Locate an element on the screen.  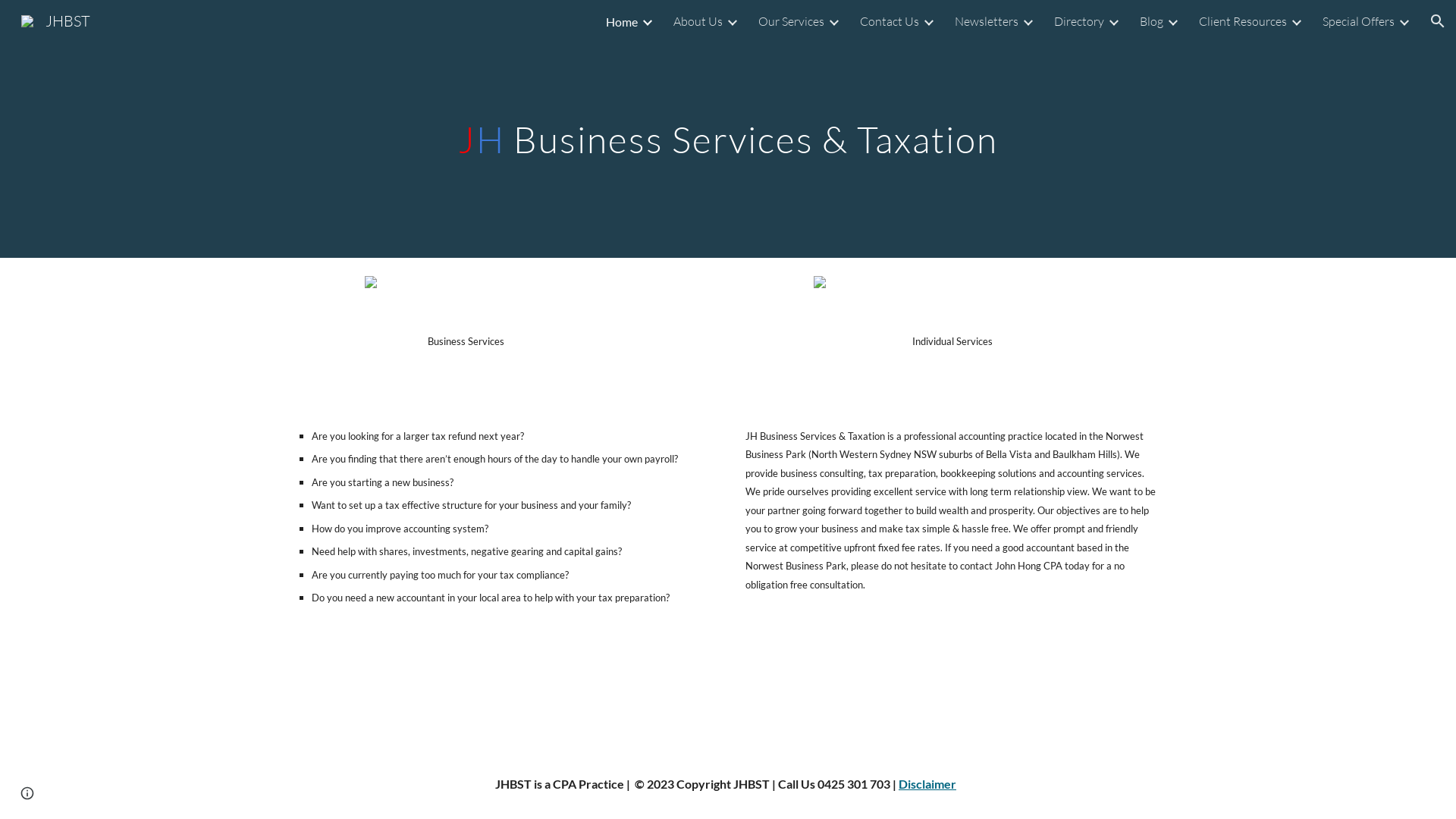
'Contact Us' is located at coordinates (889, 20).